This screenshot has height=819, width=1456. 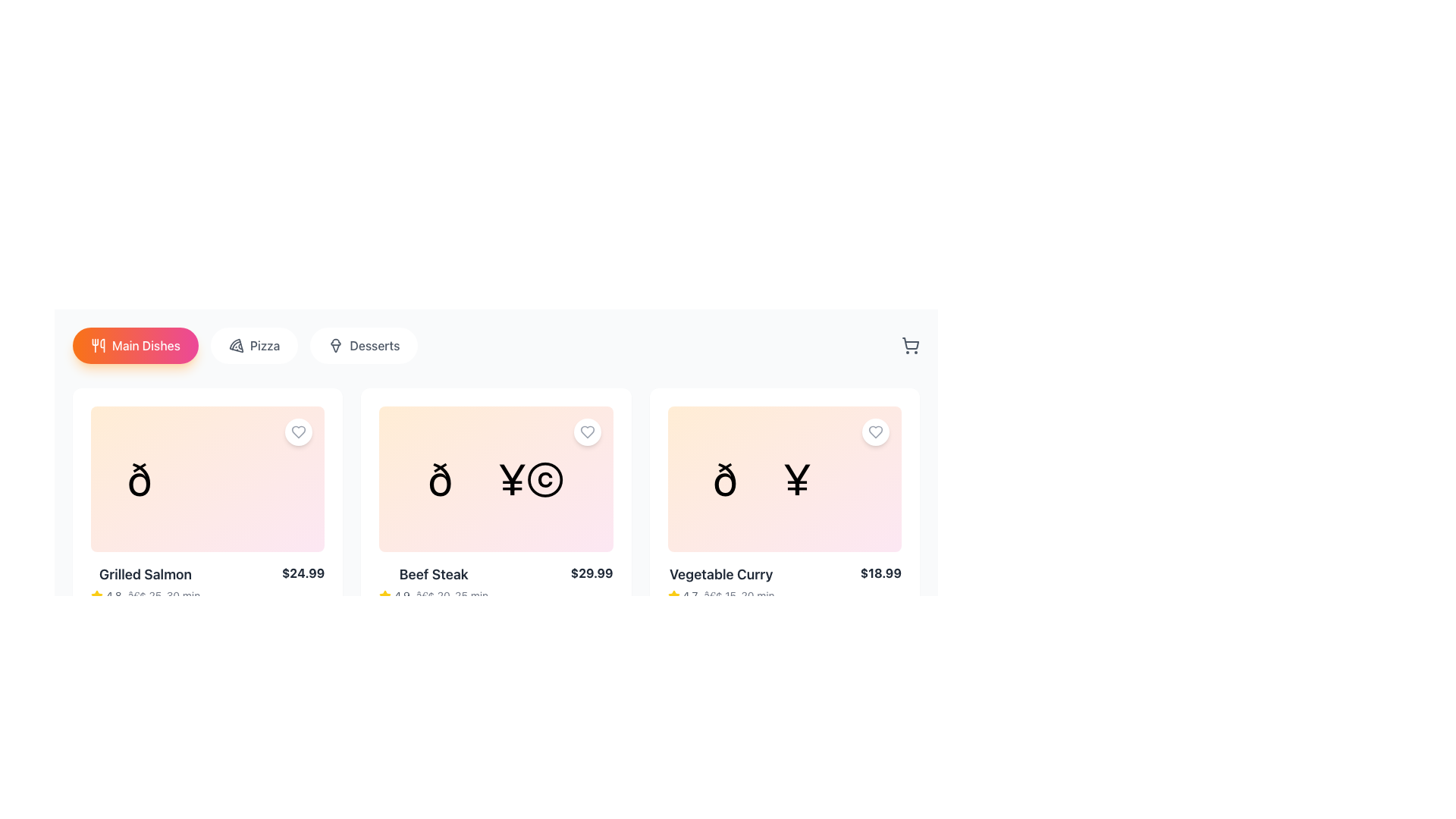 I want to click on the rating score icon located to the left of the text label '4.7', which represents the product quality score for 'Vegetable Curry', so click(x=673, y=595).